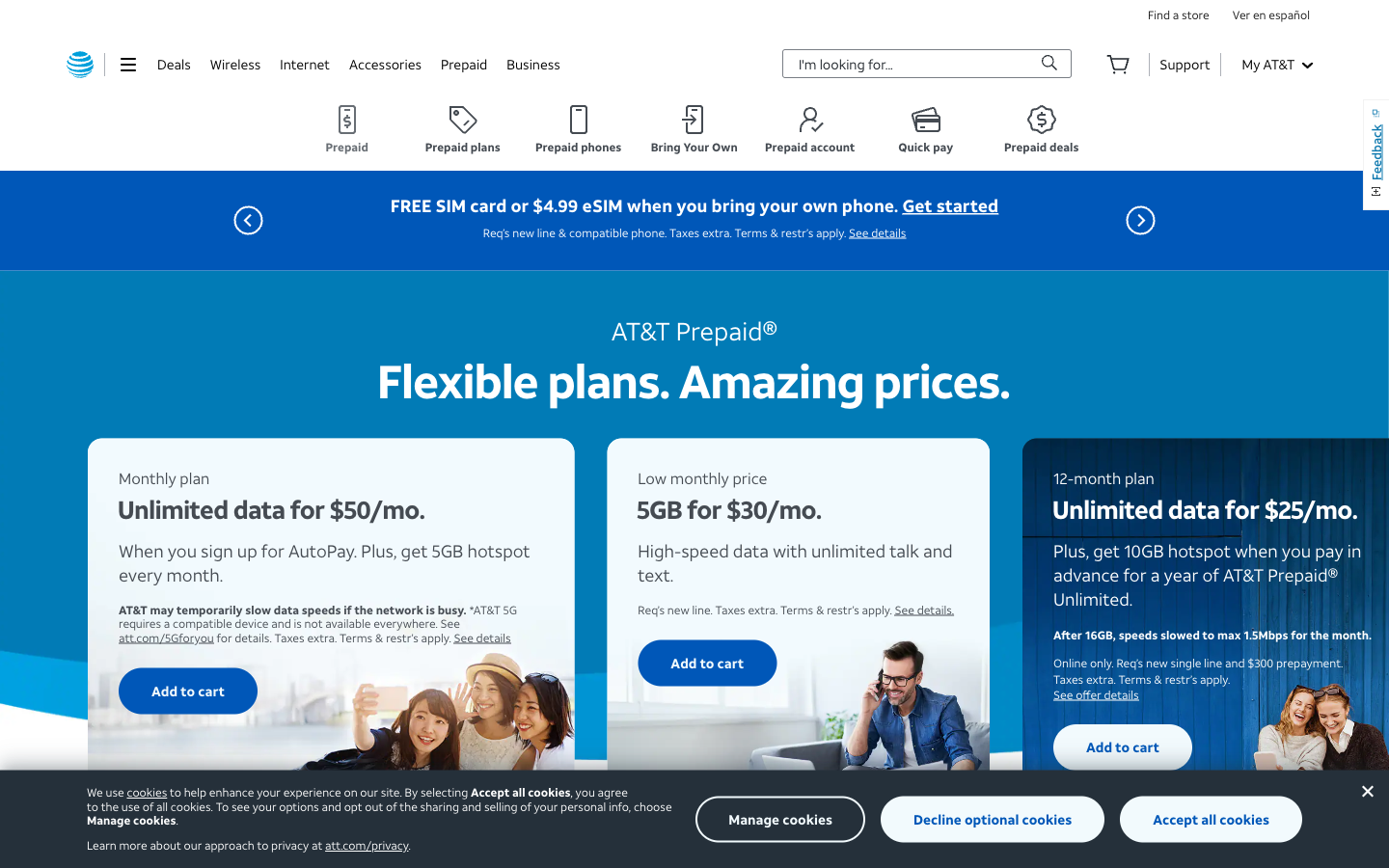  What do you see at coordinates (926, 129) in the screenshot?
I see `the "Quick Pay" button` at bounding box center [926, 129].